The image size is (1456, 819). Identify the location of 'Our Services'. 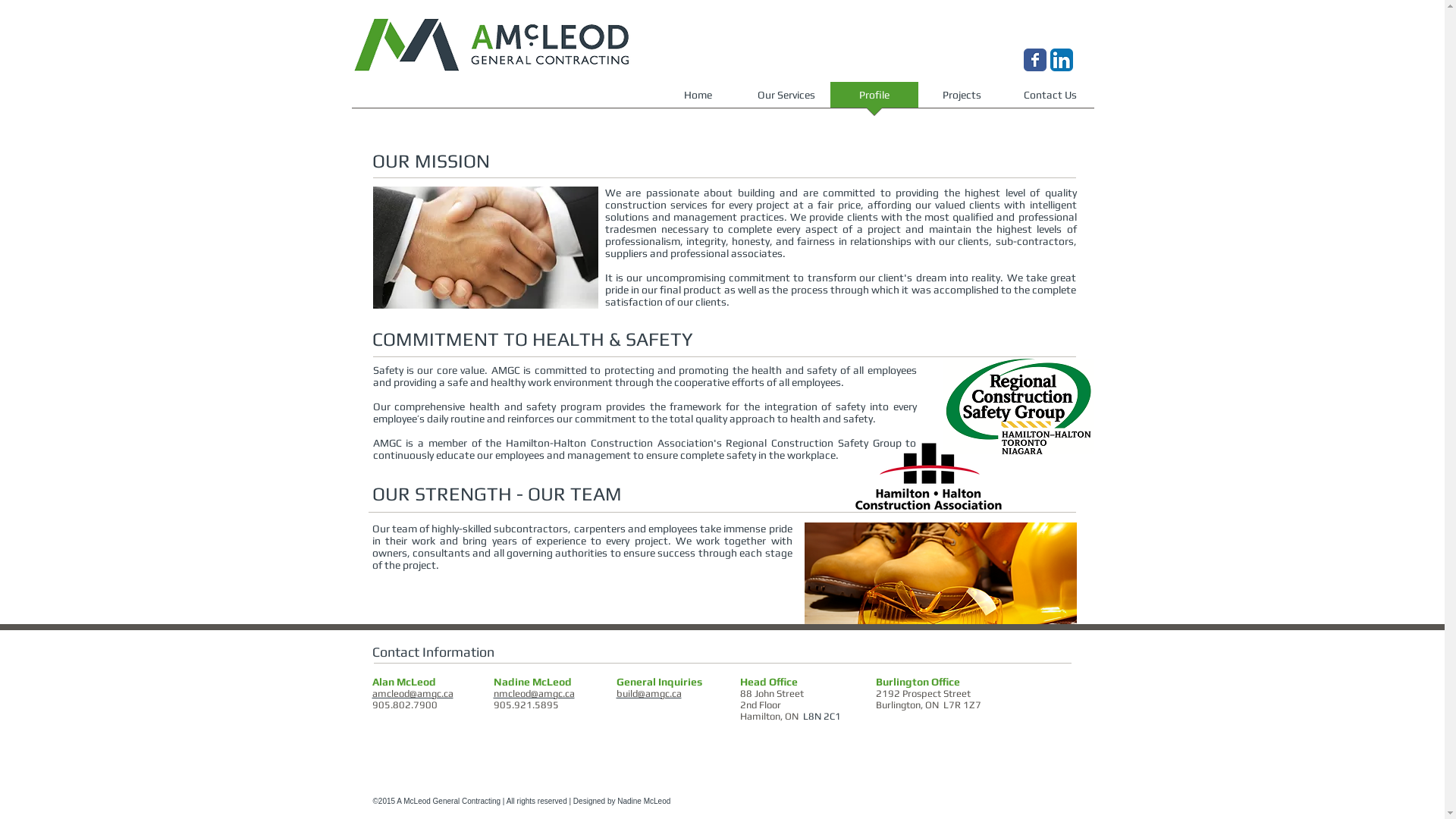
(786, 99).